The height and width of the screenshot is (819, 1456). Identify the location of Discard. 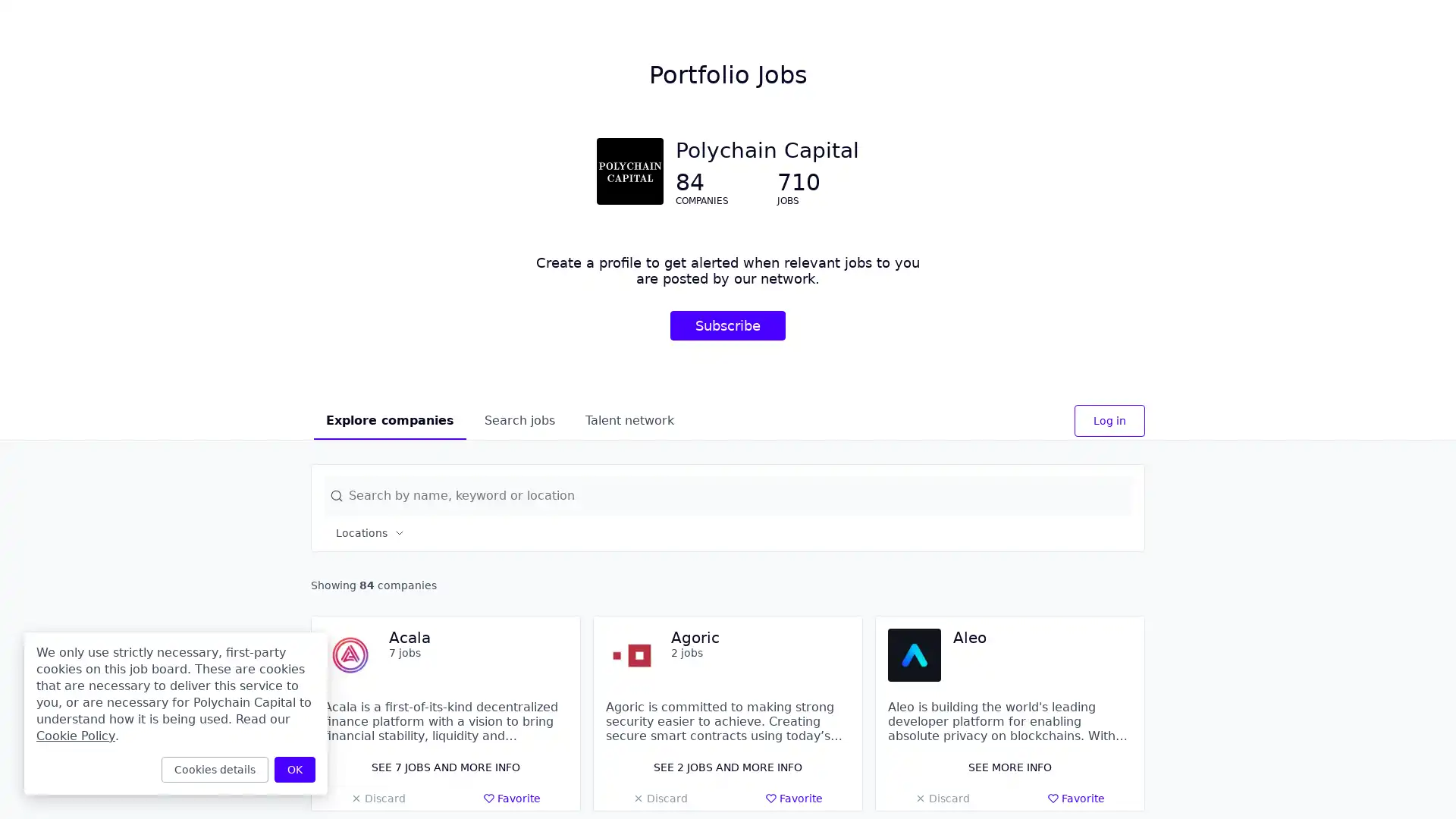
(378, 798).